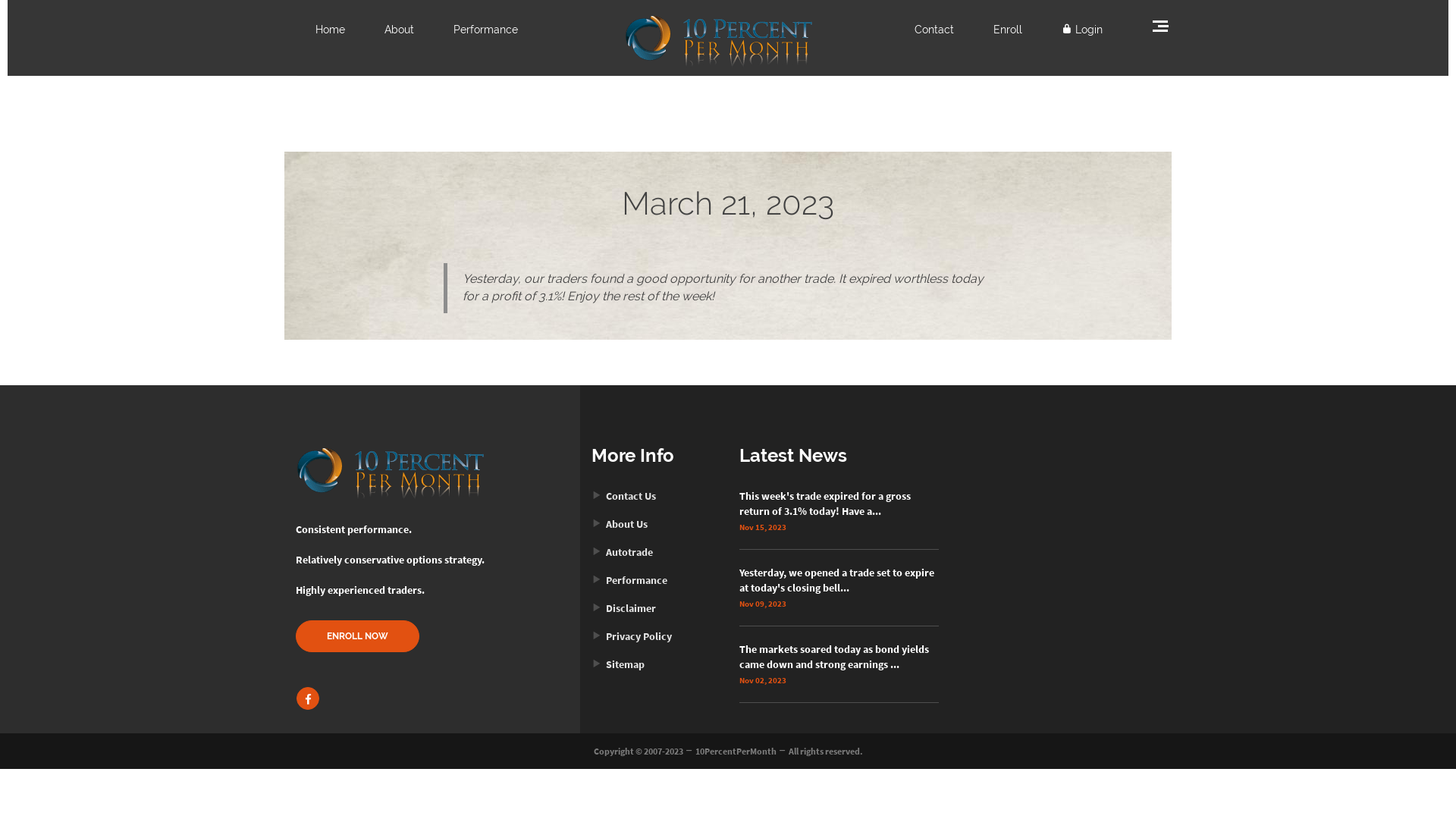 The height and width of the screenshot is (819, 1456). I want to click on 'Contact', so click(934, 29).